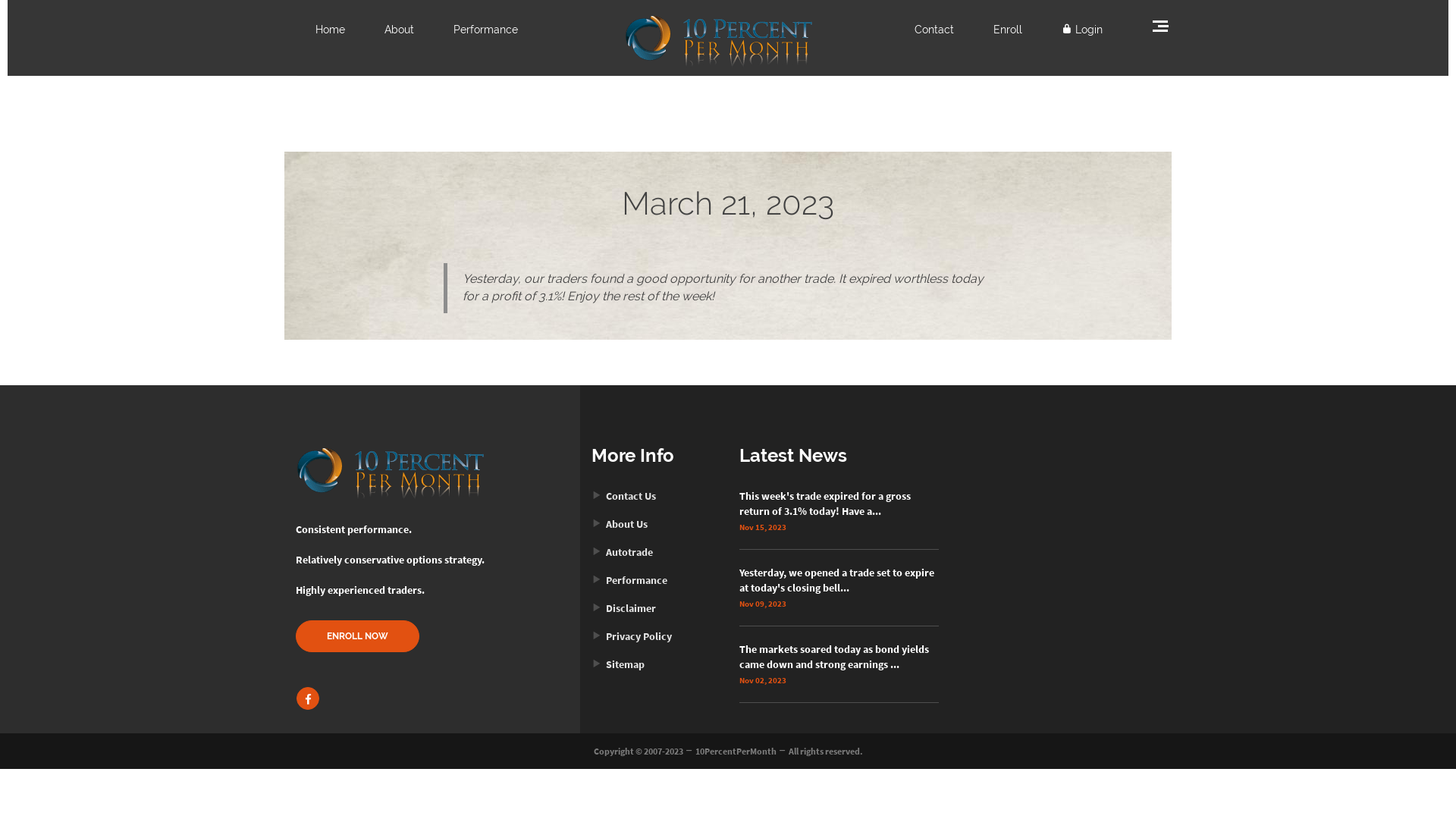 The height and width of the screenshot is (819, 1456). I want to click on 'Contact', so click(934, 29).